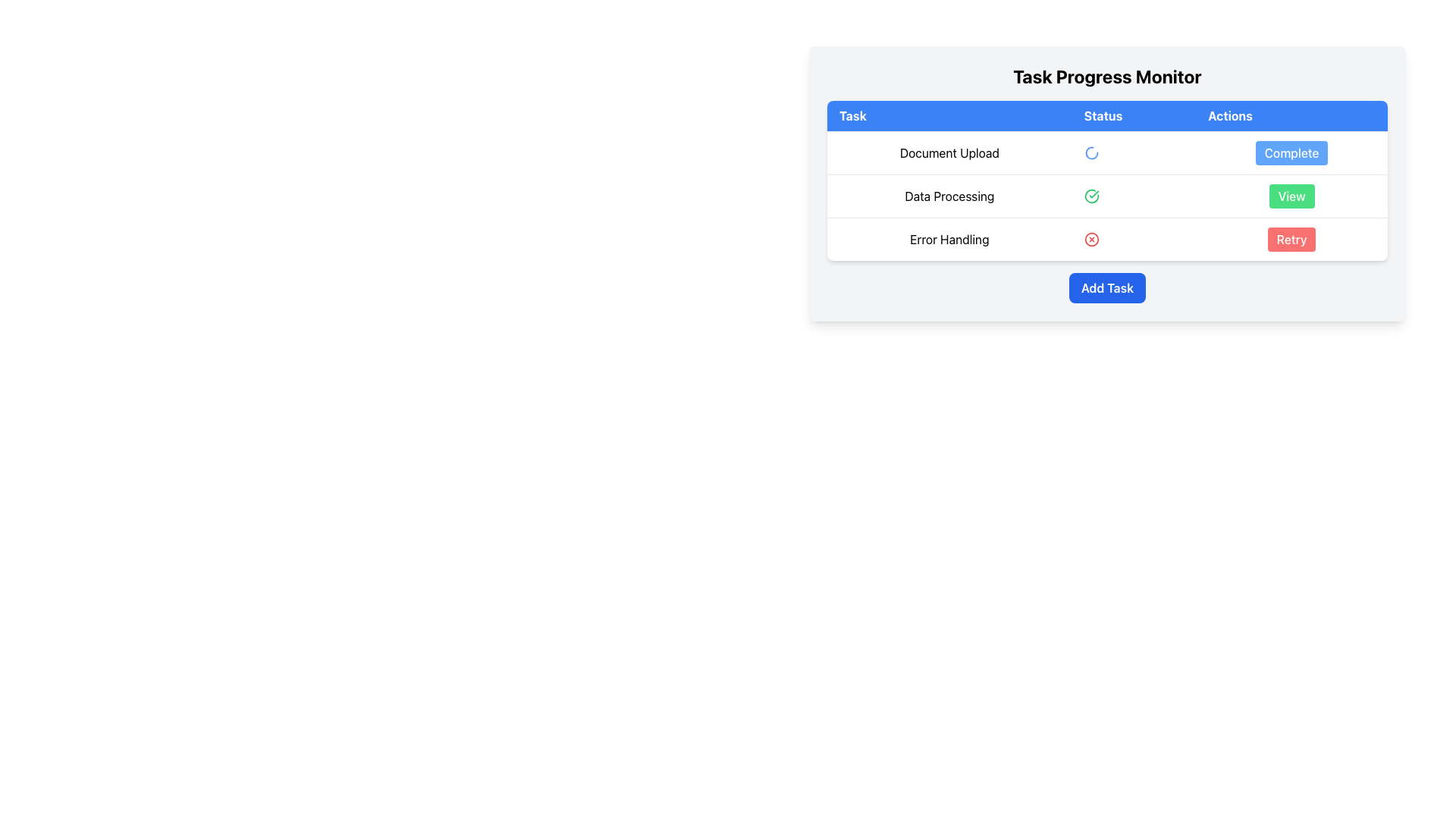 This screenshot has width=1456, height=819. Describe the element at coordinates (949, 152) in the screenshot. I see `the 'Document Upload' text label in the task column of the progress tracking table` at that location.